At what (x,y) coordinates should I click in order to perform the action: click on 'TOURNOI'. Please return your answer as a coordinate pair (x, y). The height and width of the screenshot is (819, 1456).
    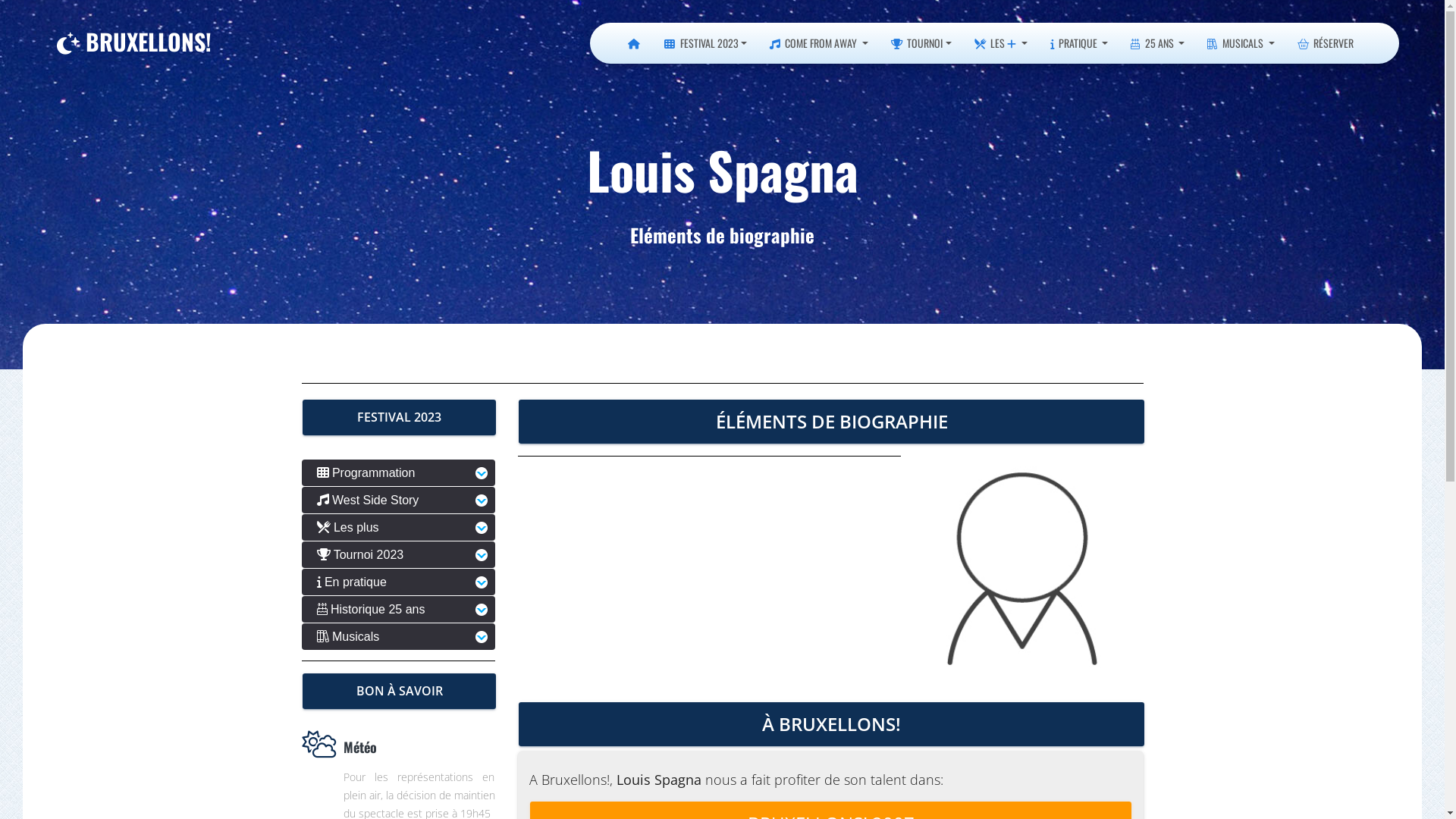
    Looking at the image, I should click on (920, 42).